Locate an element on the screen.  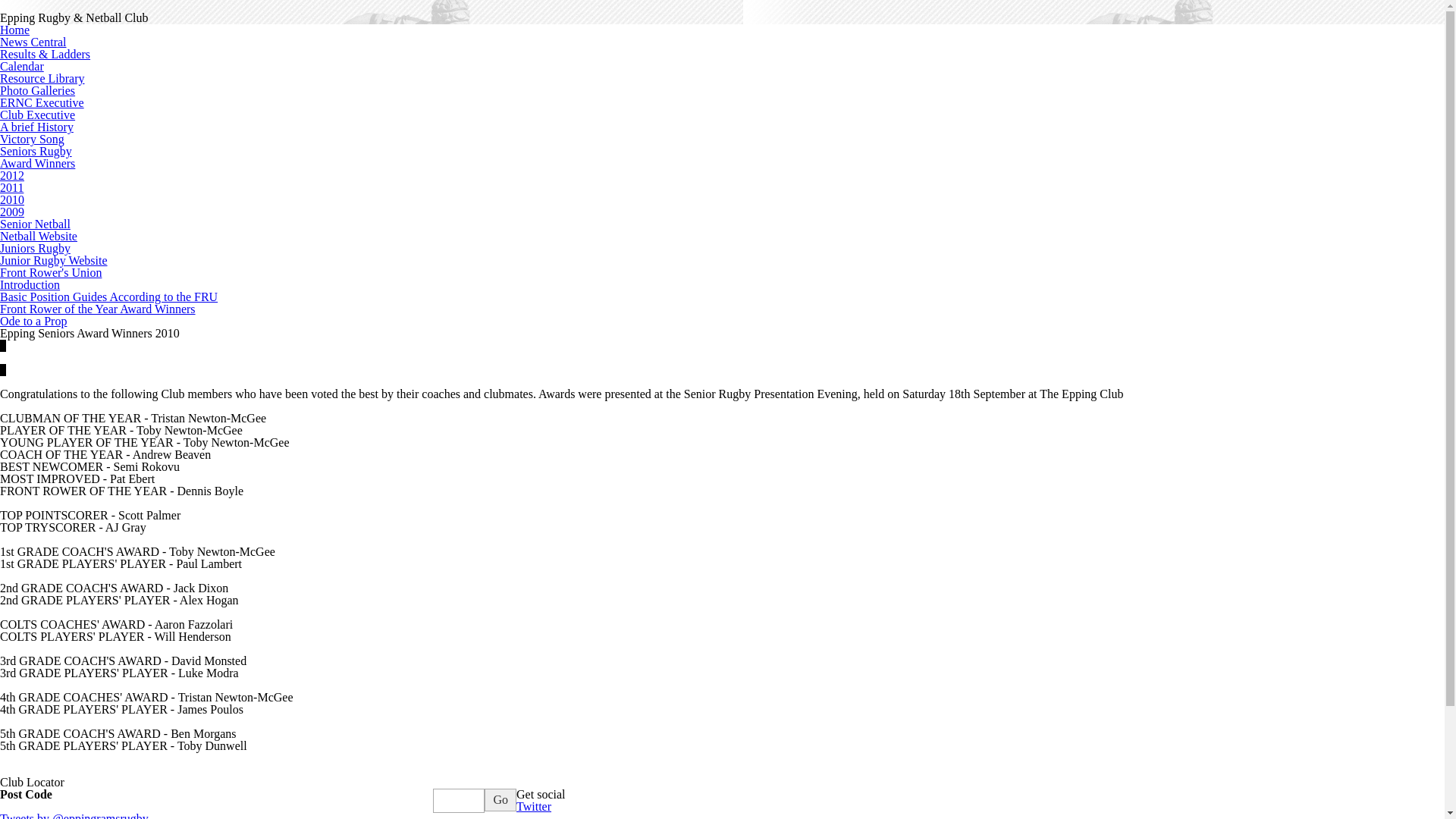
'Introduction' is located at coordinates (30, 284).